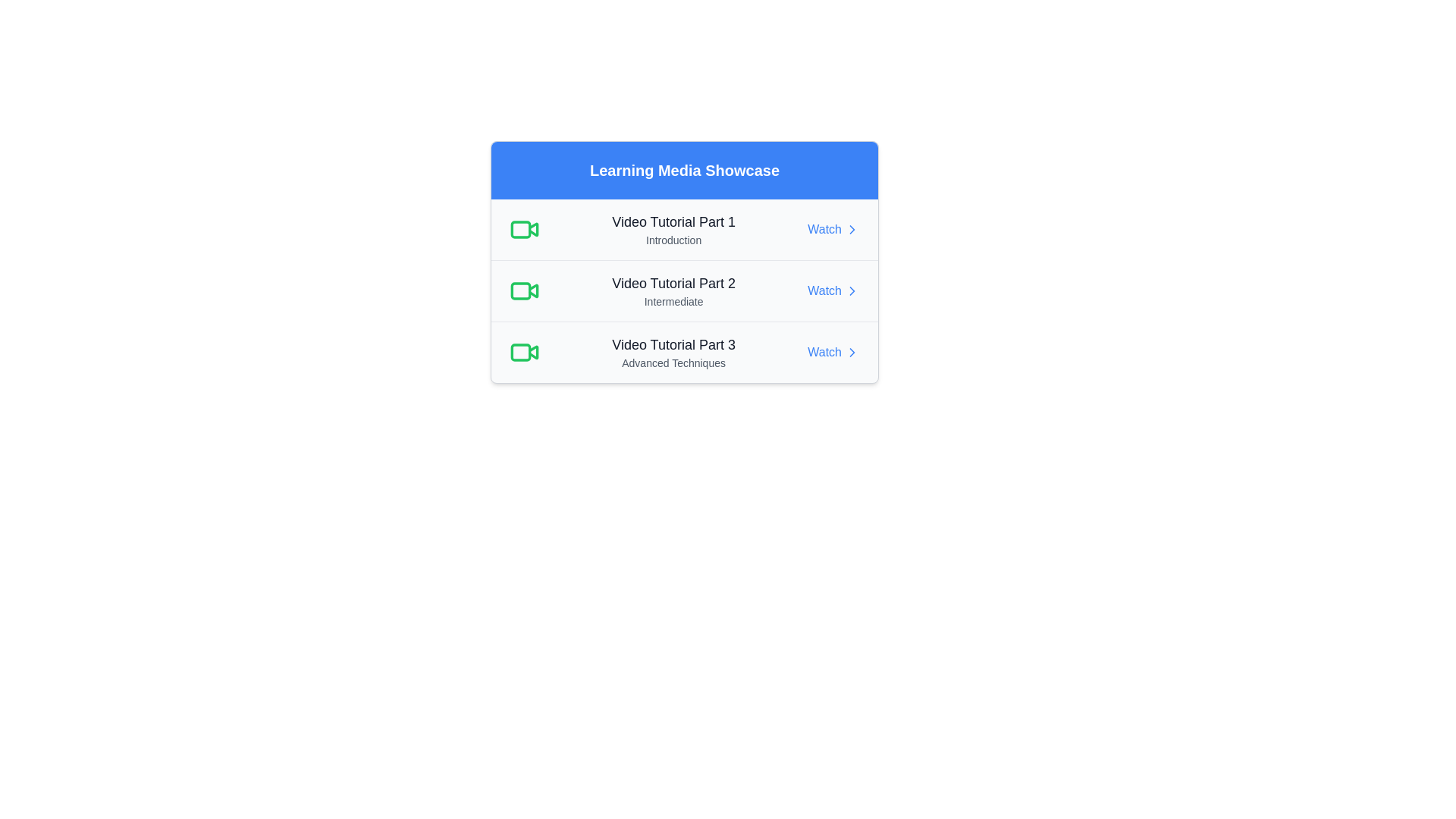 This screenshot has height=819, width=1456. What do you see at coordinates (524, 353) in the screenshot?
I see `the green video camera icon located to the left of the text 'Video Tutorial Part 3' and above the 'Watch' link` at bounding box center [524, 353].